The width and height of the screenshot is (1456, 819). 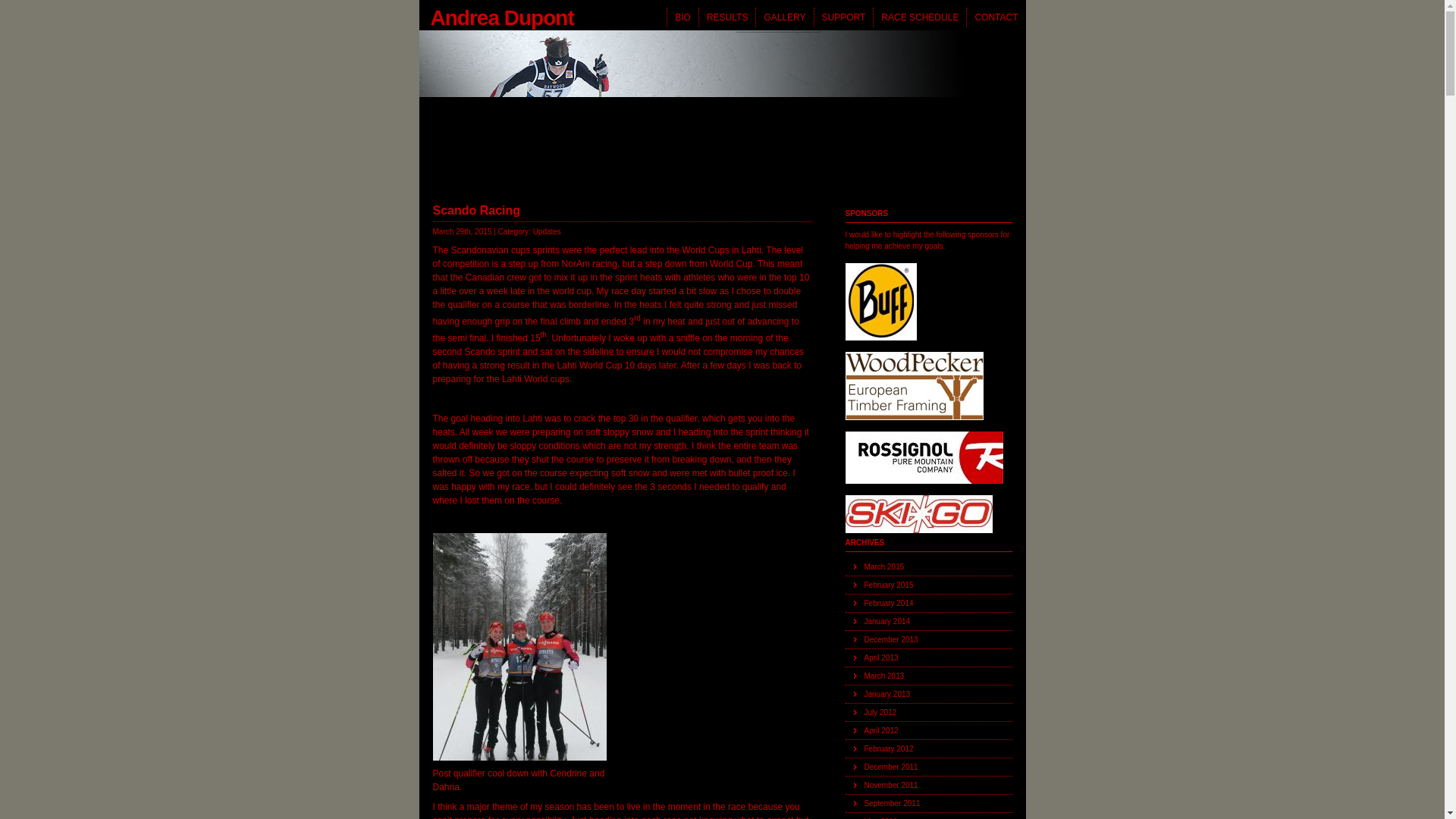 I want to click on 'February 2014', so click(x=927, y=602).